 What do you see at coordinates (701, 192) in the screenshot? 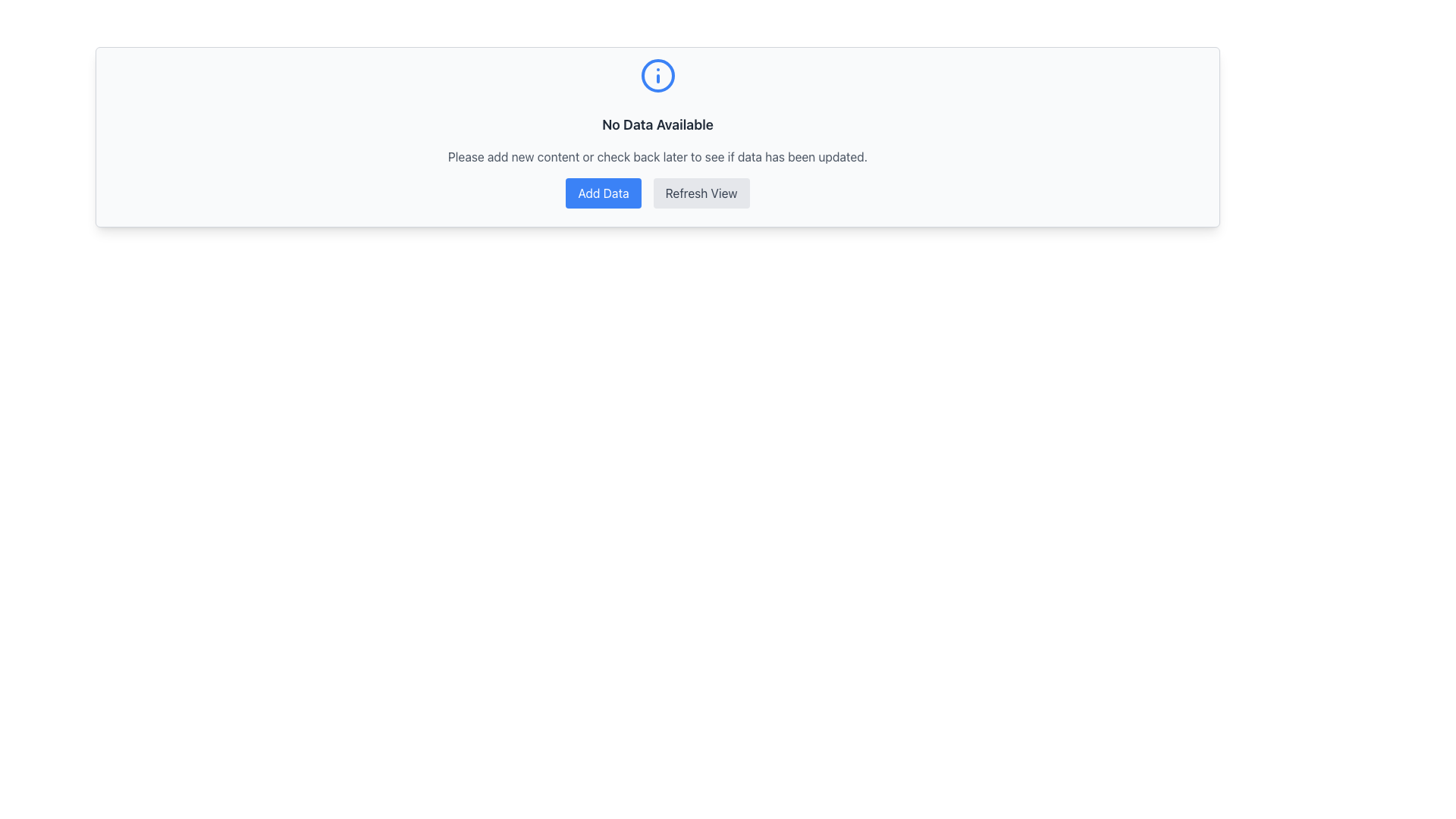
I see `the second button in the horizontal layout, located to the right of the 'Add Data' button, to observe the background color change` at bounding box center [701, 192].